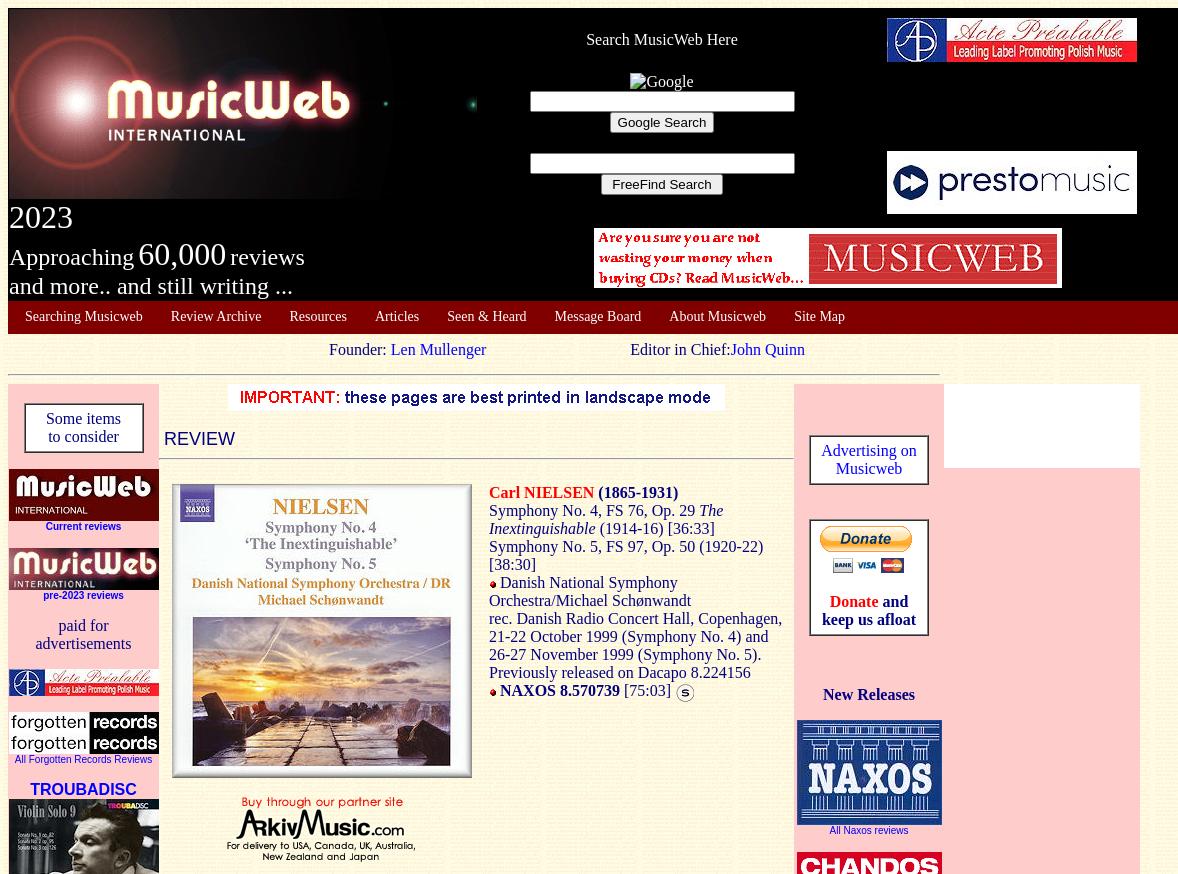 Image resolution: width=1178 pixels, height=874 pixels. Describe the element at coordinates (56, 396) in the screenshot. I see `'Label 
                index'` at that location.